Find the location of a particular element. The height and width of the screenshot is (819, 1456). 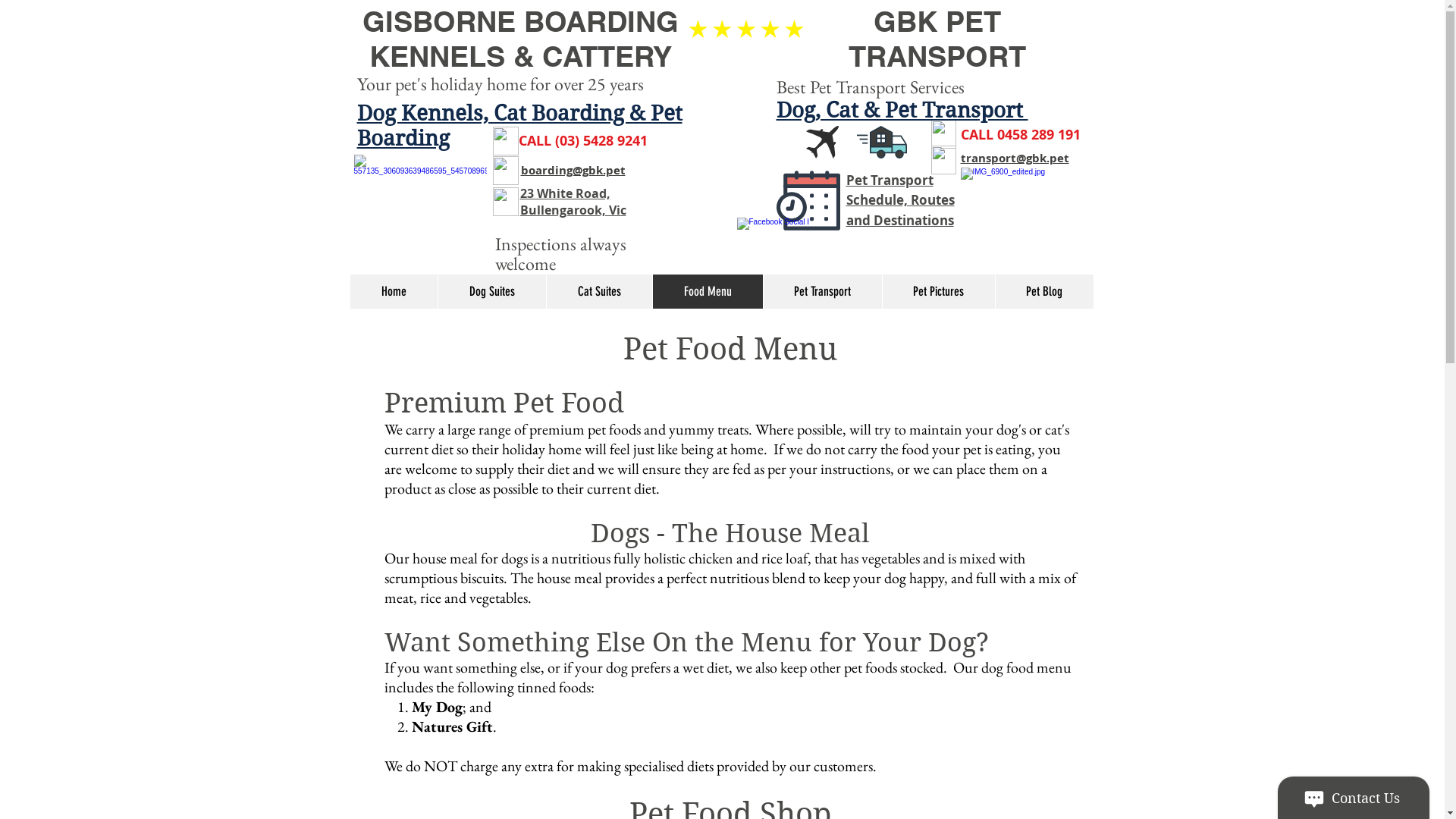

'Pet Transport' is located at coordinates (821, 291).